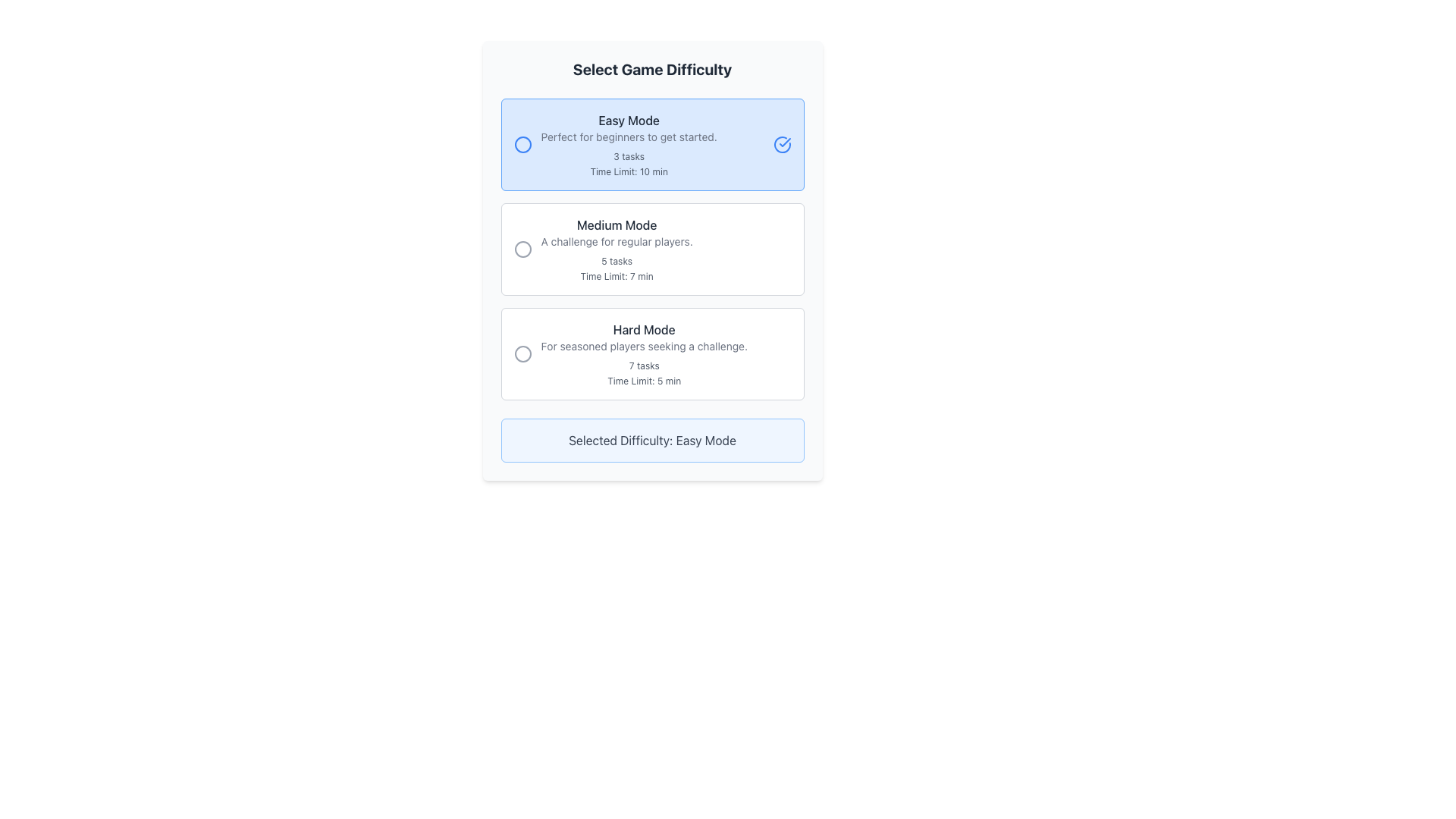 The width and height of the screenshot is (1456, 819). Describe the element at coordinates (522, 248) in the screenshot. I see `the radio button for medium mode difficulty, which is located in the middle of the three difficulty options, adjacent to the description text` at that location.